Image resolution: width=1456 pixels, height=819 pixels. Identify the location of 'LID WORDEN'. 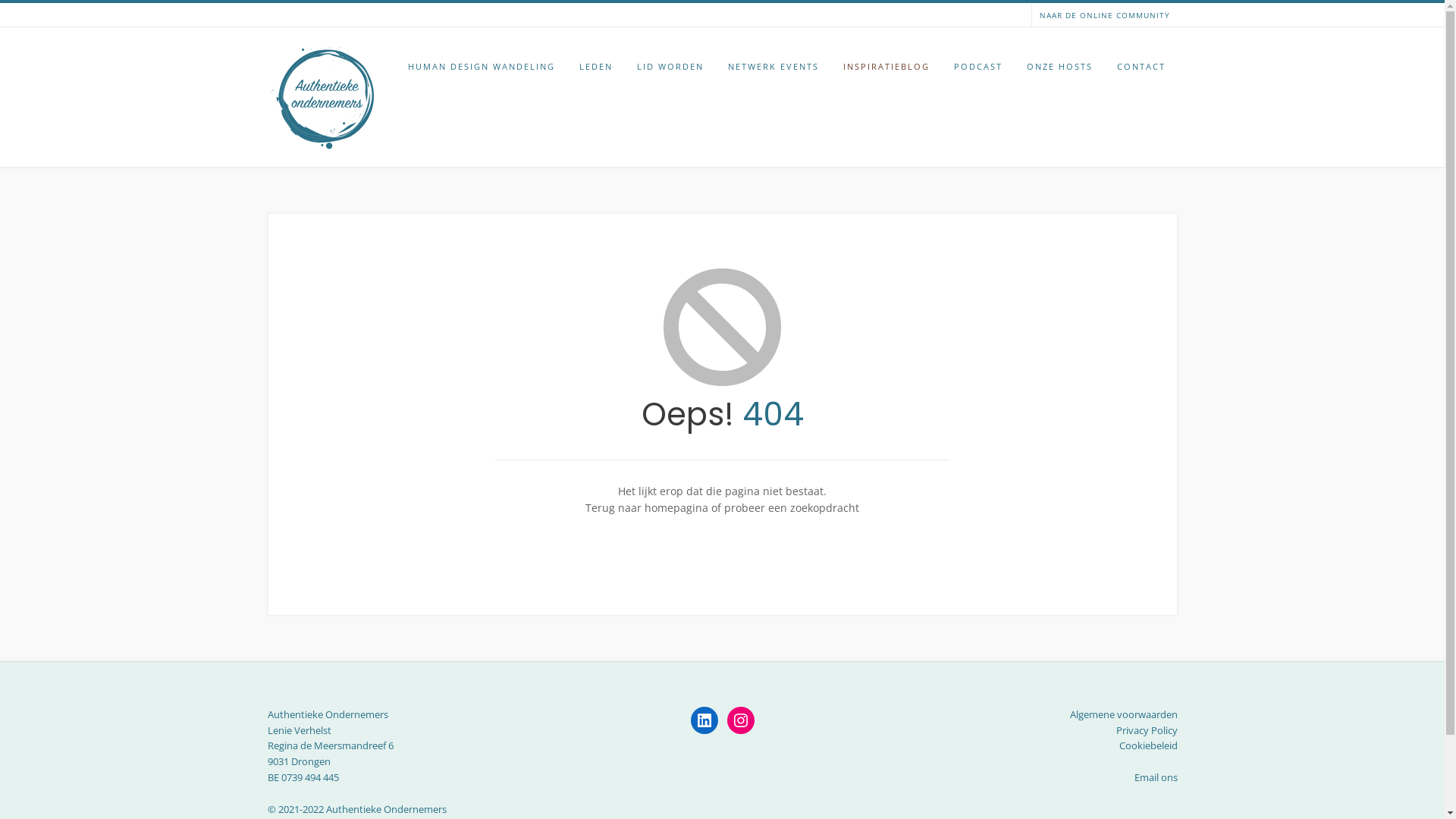
(669, 66).